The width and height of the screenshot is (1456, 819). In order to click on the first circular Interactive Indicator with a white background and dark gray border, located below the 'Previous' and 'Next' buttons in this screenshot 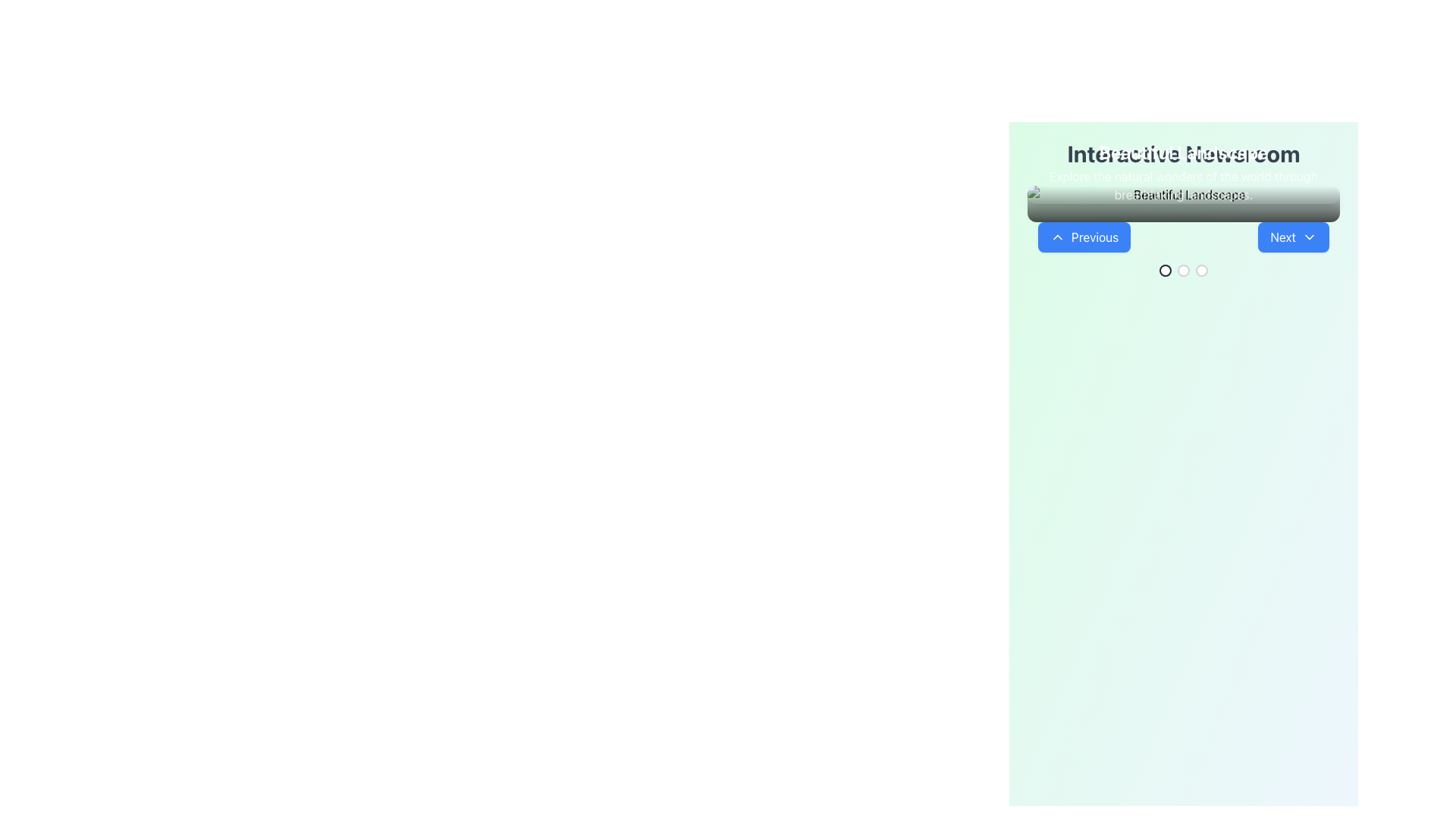, I will do `click(1164, 270)`.